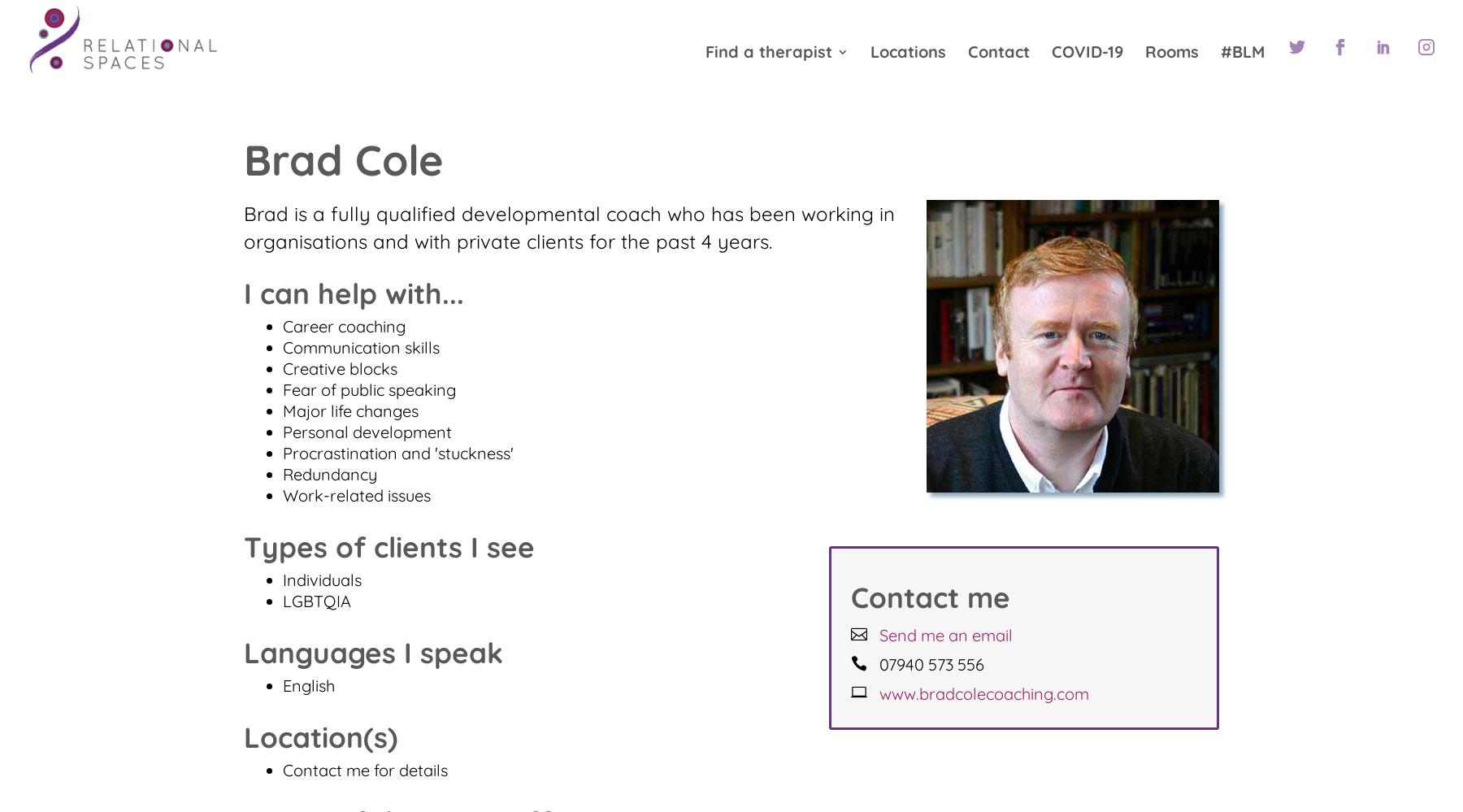 The image size is (1463, 812). Describe the element at coordinates (354, 293) in the screenshot. I see `'I can help with...'` at that location.